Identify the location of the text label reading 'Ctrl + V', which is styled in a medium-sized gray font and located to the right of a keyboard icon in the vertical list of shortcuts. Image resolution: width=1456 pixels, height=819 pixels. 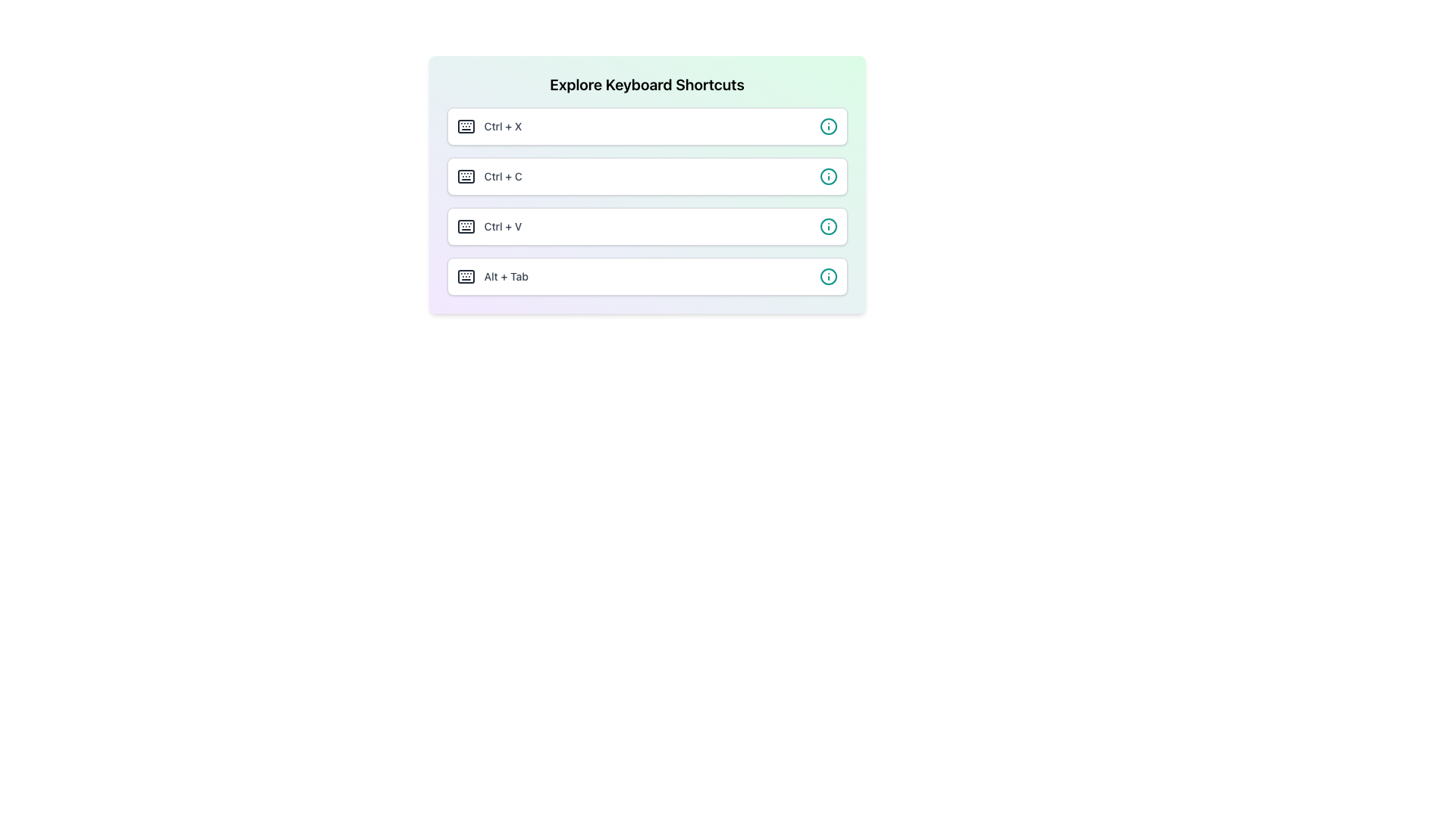
(503, 227).